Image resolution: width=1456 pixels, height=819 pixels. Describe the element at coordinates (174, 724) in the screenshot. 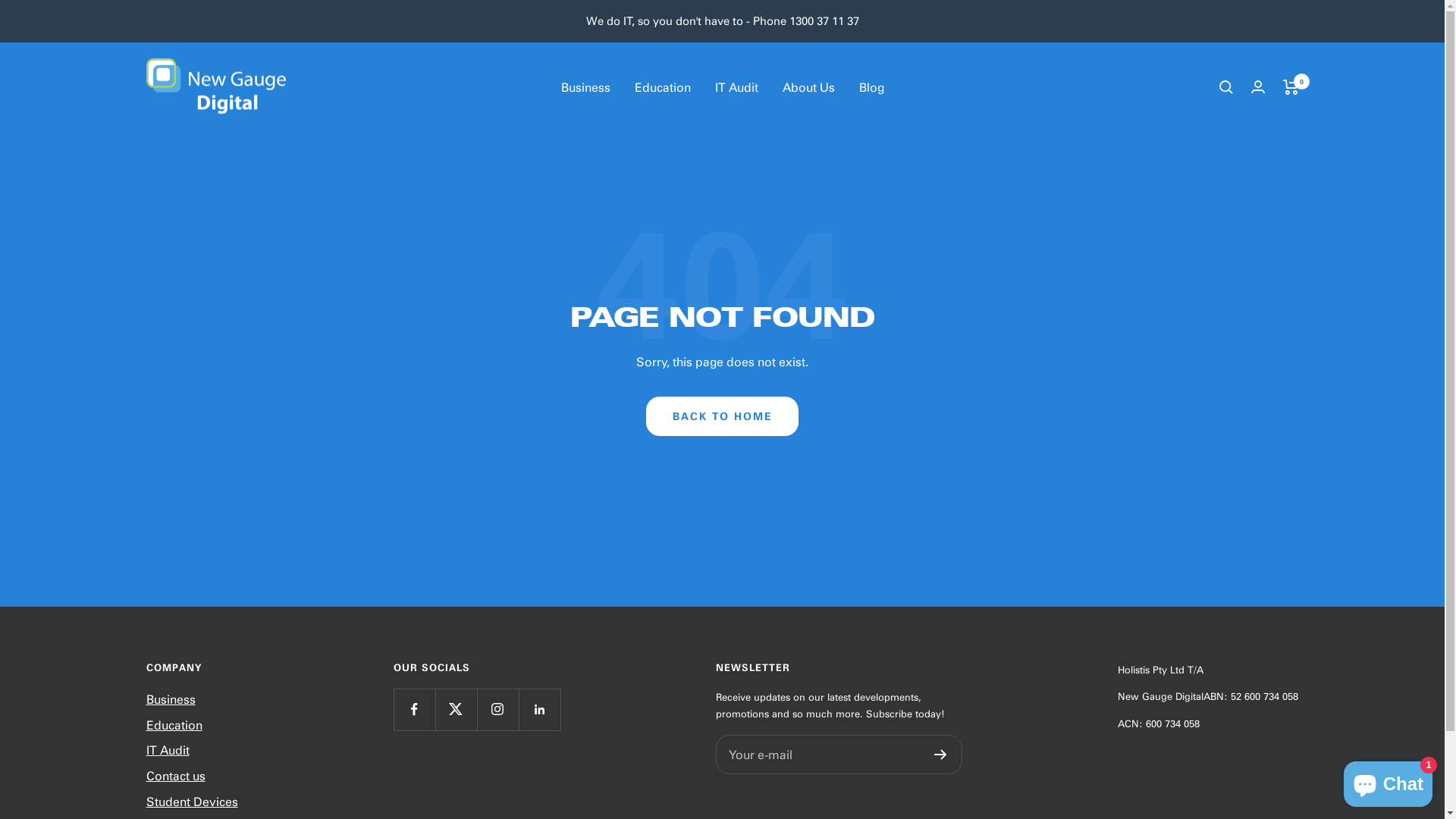

I see `'Education'` at that location.